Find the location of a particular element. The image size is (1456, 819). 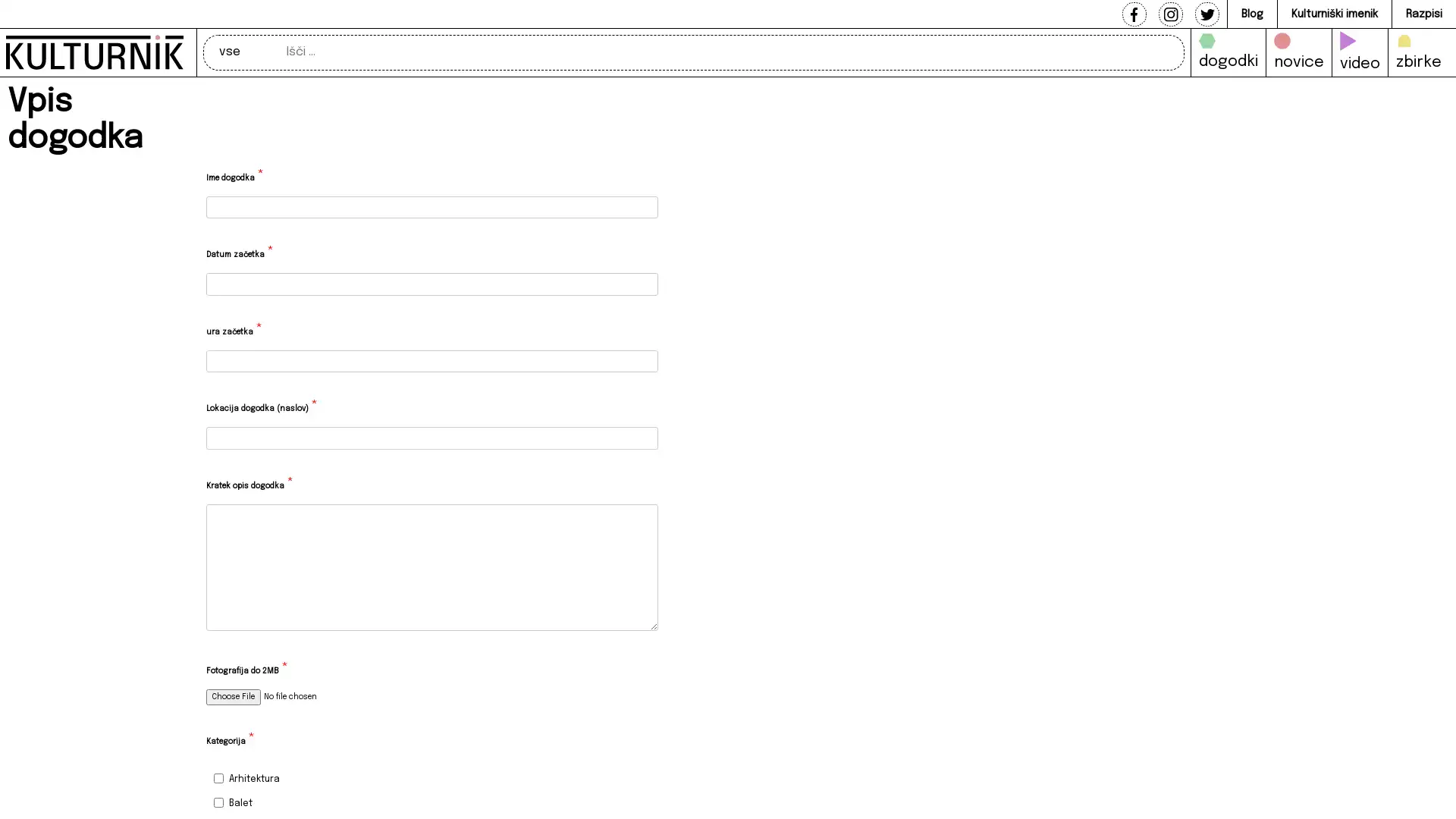

Fotografija do 2MB * is located at coordinates (284, 696).